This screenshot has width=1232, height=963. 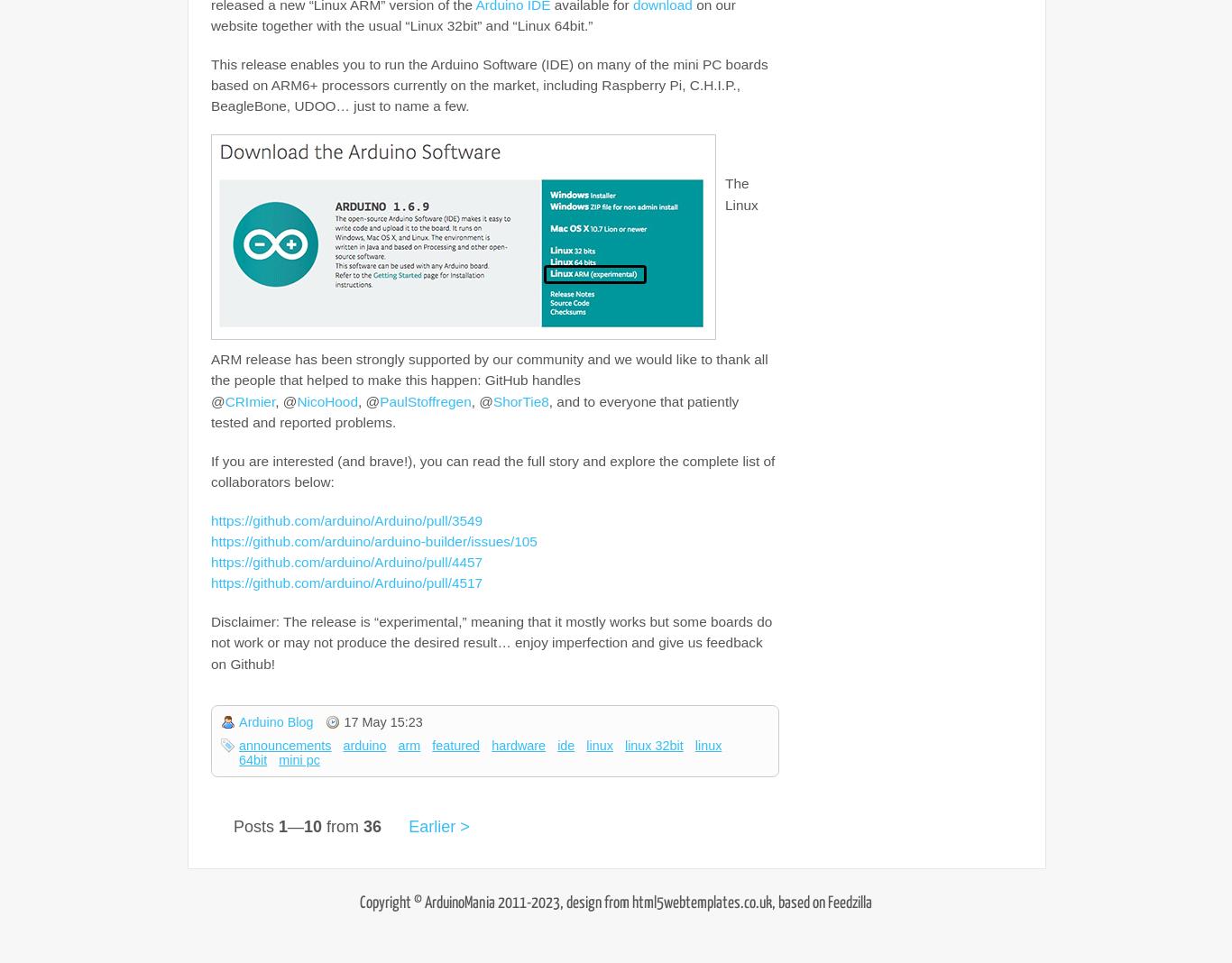 What do you see at coordinates (624, 744) in the screenshot?
I see `'linux 32bit'` at bounding box center [624, 744].